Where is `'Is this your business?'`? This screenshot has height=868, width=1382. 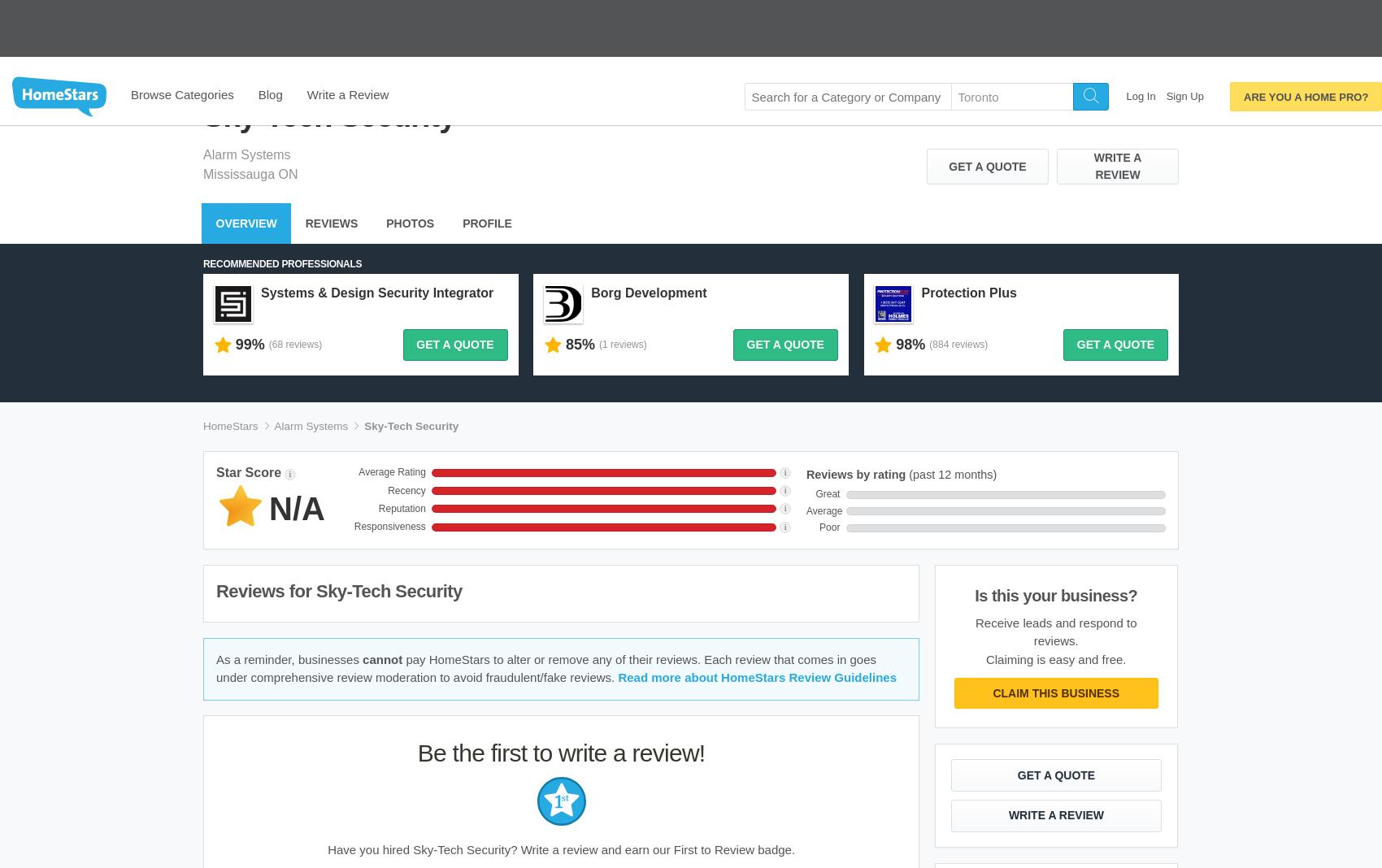 'Is this your business?' is located at coordinates (974, 527).